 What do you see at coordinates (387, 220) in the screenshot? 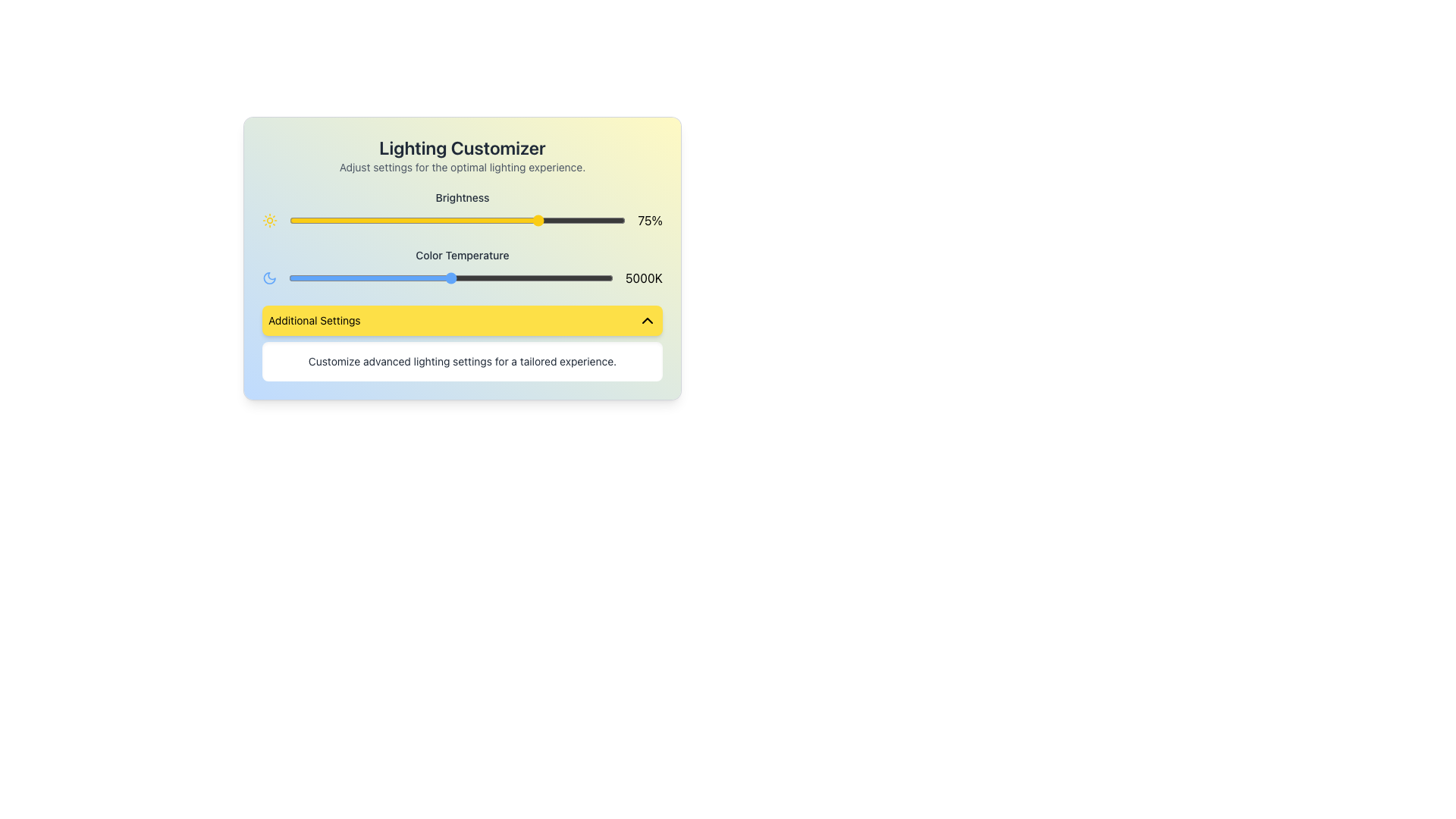
I see `brightness` at bounding box center [387, 220].